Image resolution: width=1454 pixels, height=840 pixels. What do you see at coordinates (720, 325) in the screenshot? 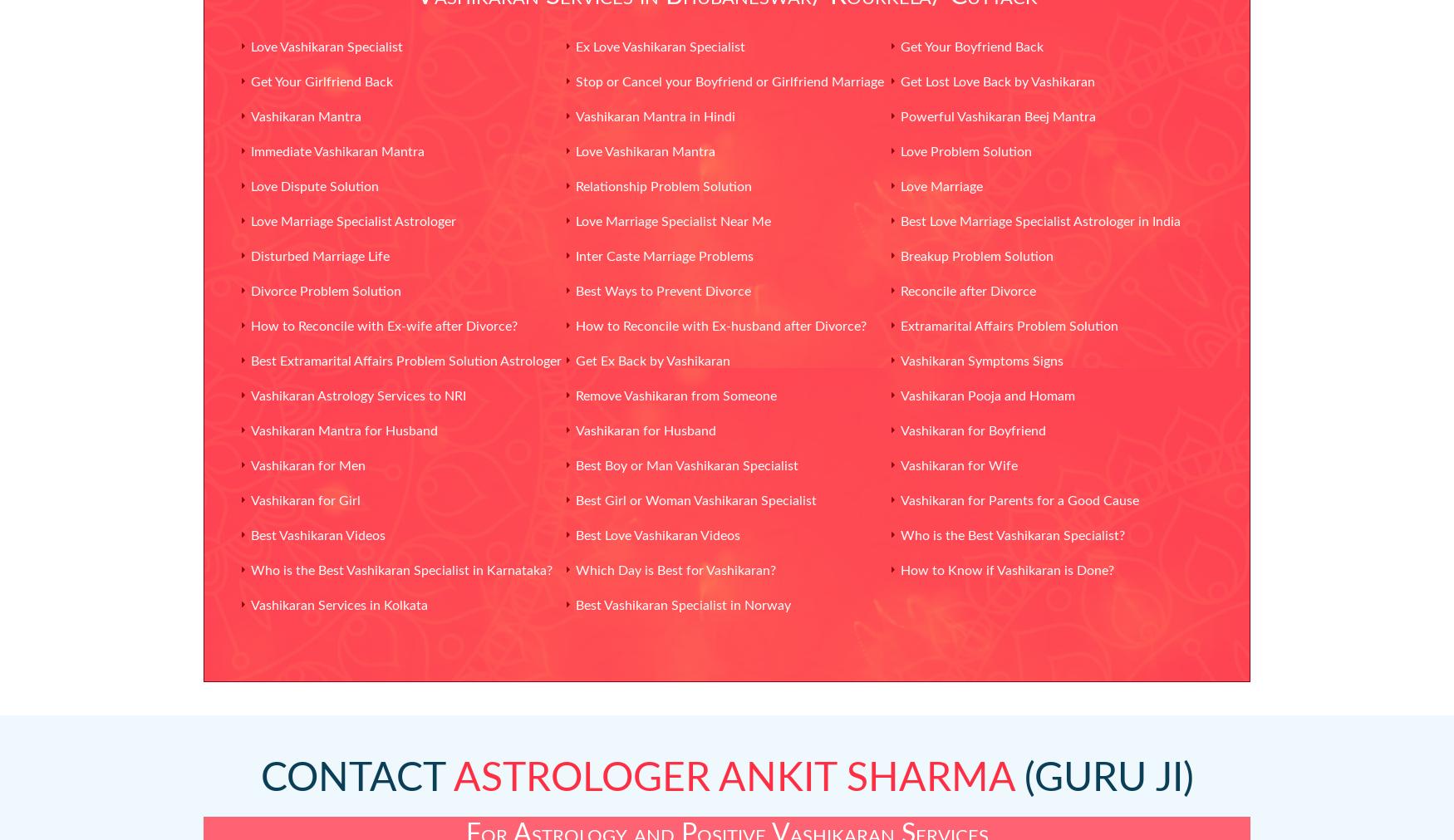
I see `'How to Reconcile with Ex-husband after Divorce?'` at bounding box center [720, 325].